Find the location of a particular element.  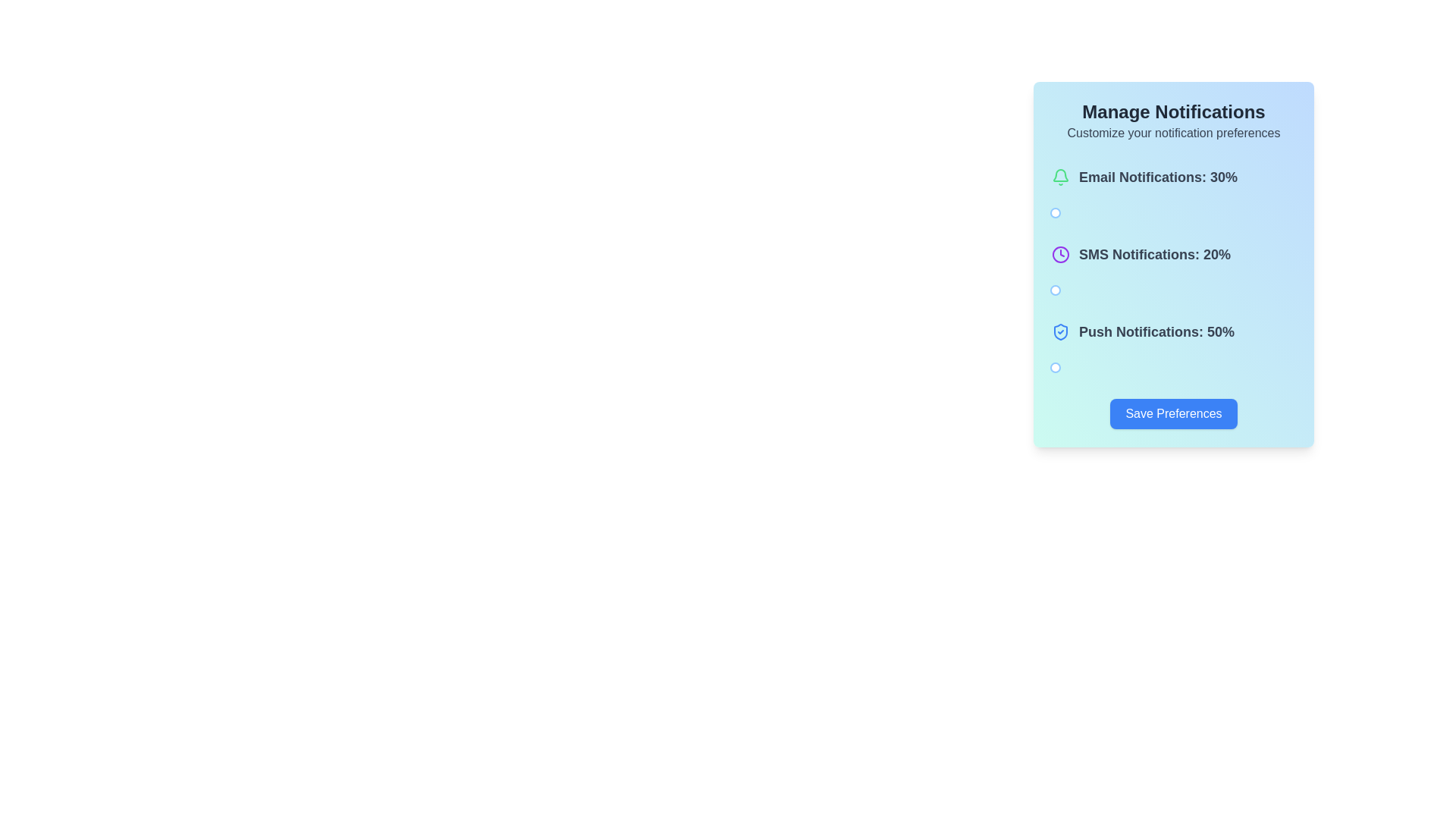

the 'Push Notifications' value is located at coordinates (1093, 368).